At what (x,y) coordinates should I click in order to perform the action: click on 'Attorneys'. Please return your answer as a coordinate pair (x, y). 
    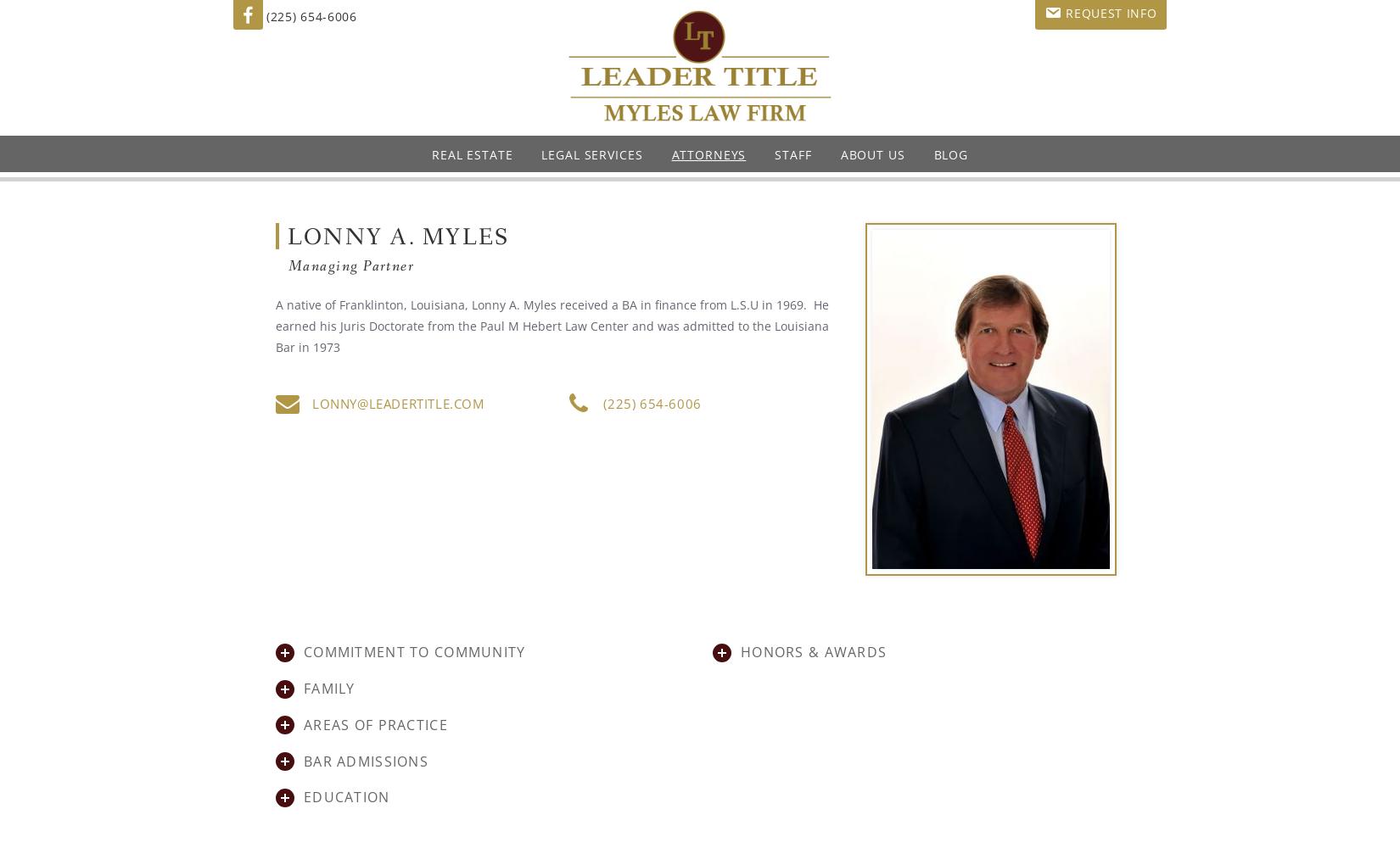
    Looking at the image, I should click on (708, 154).